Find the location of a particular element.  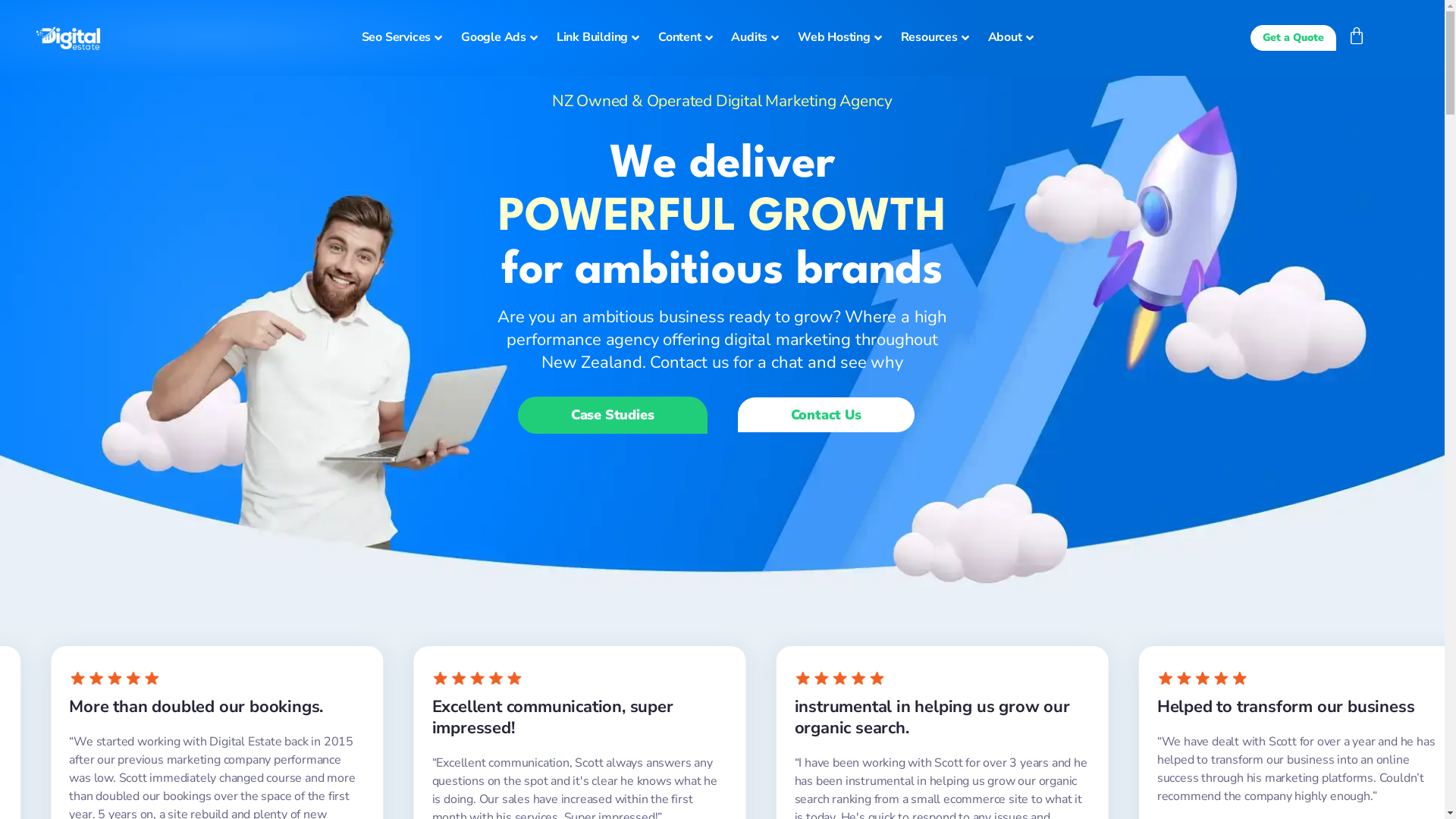

'Contact Us' is located at coordinates (824, 415).